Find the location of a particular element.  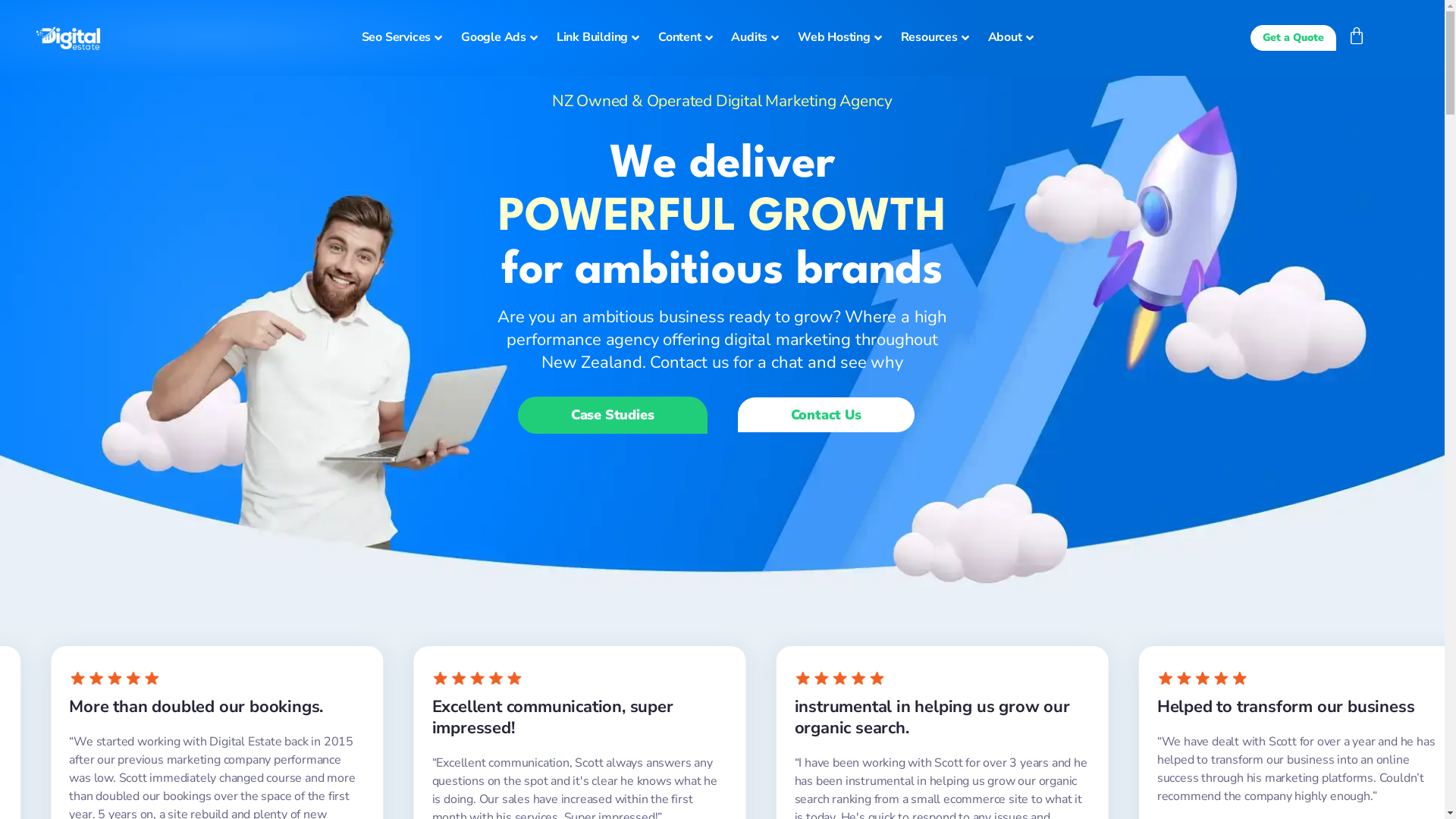

'Contact Us' is located at coordinates (824, 415).